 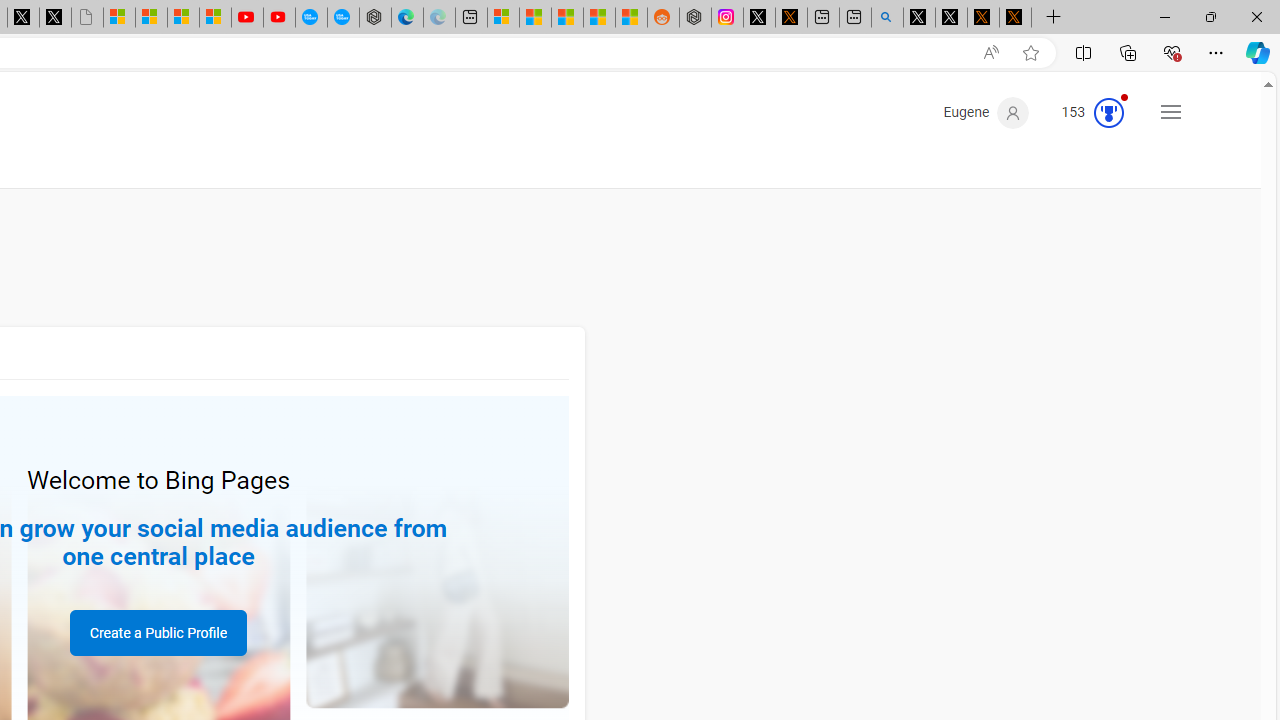 What do you see at coordinates (343, 17) in the screenshot?
I see `'The most popular Google '` at bounding box center [343, 17].